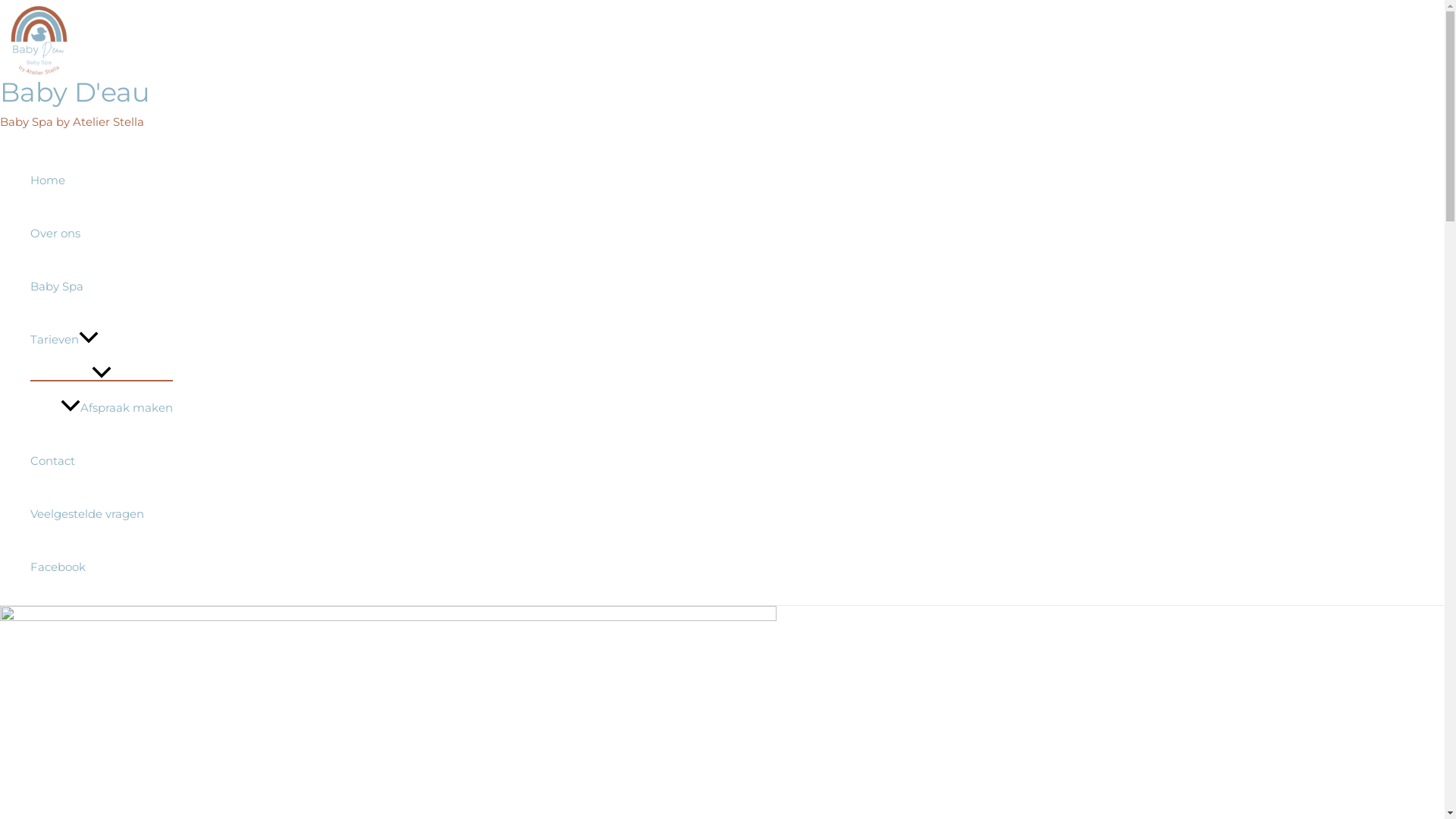 The image size is (1456, 819). What do you see at coordinates (101, 287) in the screenshot?
I see `'Baby Spa'` at bounding box center [101, 287].